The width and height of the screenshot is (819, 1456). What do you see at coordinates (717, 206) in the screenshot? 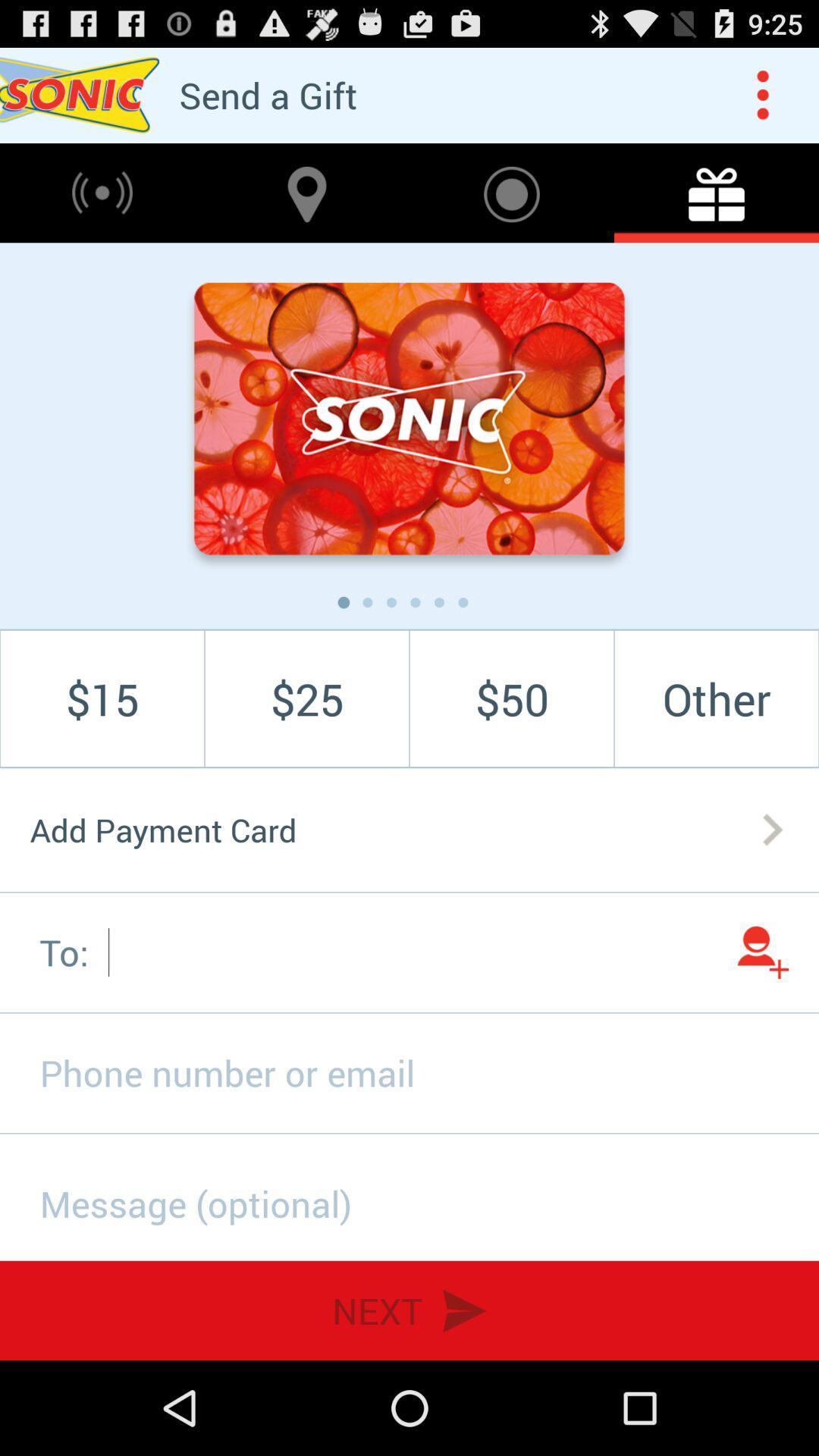
I see `the date_range icon` at bounding box center [717, 206].